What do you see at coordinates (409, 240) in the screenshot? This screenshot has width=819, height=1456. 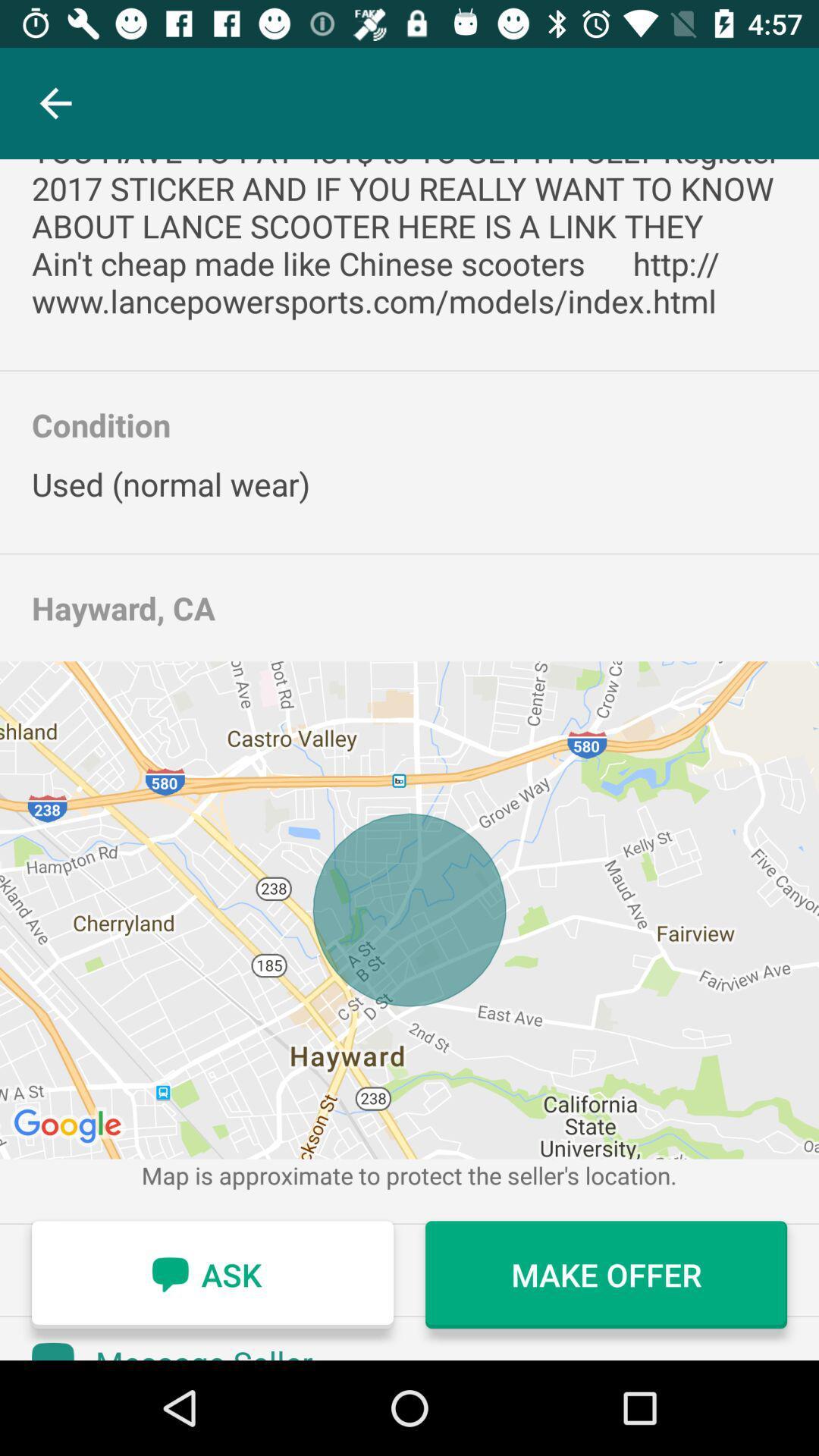 I see `icon above condition item` at bounding box center [409, 240].